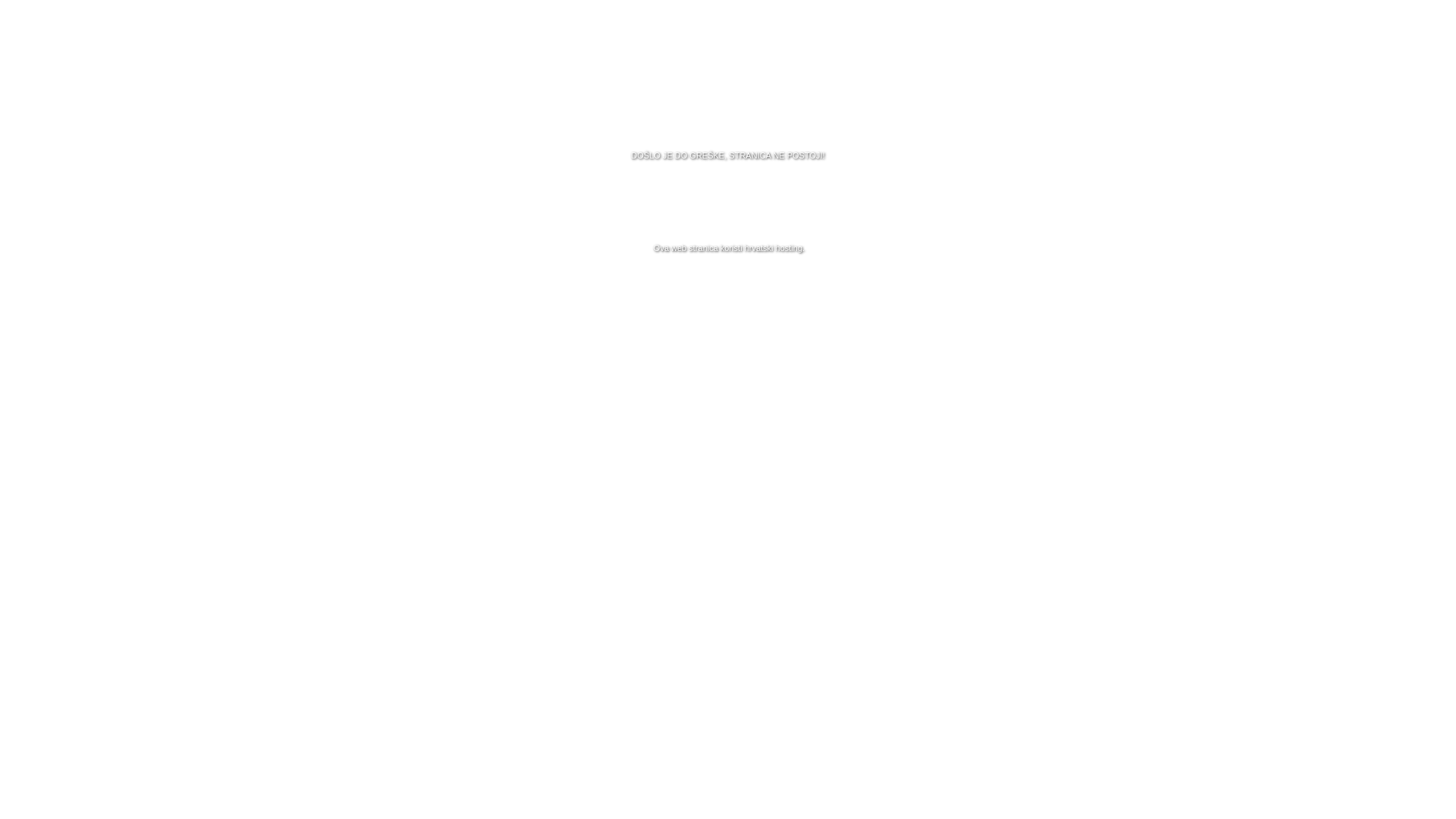  I want to click on 'hrvatski hosting', so click(773, 247).